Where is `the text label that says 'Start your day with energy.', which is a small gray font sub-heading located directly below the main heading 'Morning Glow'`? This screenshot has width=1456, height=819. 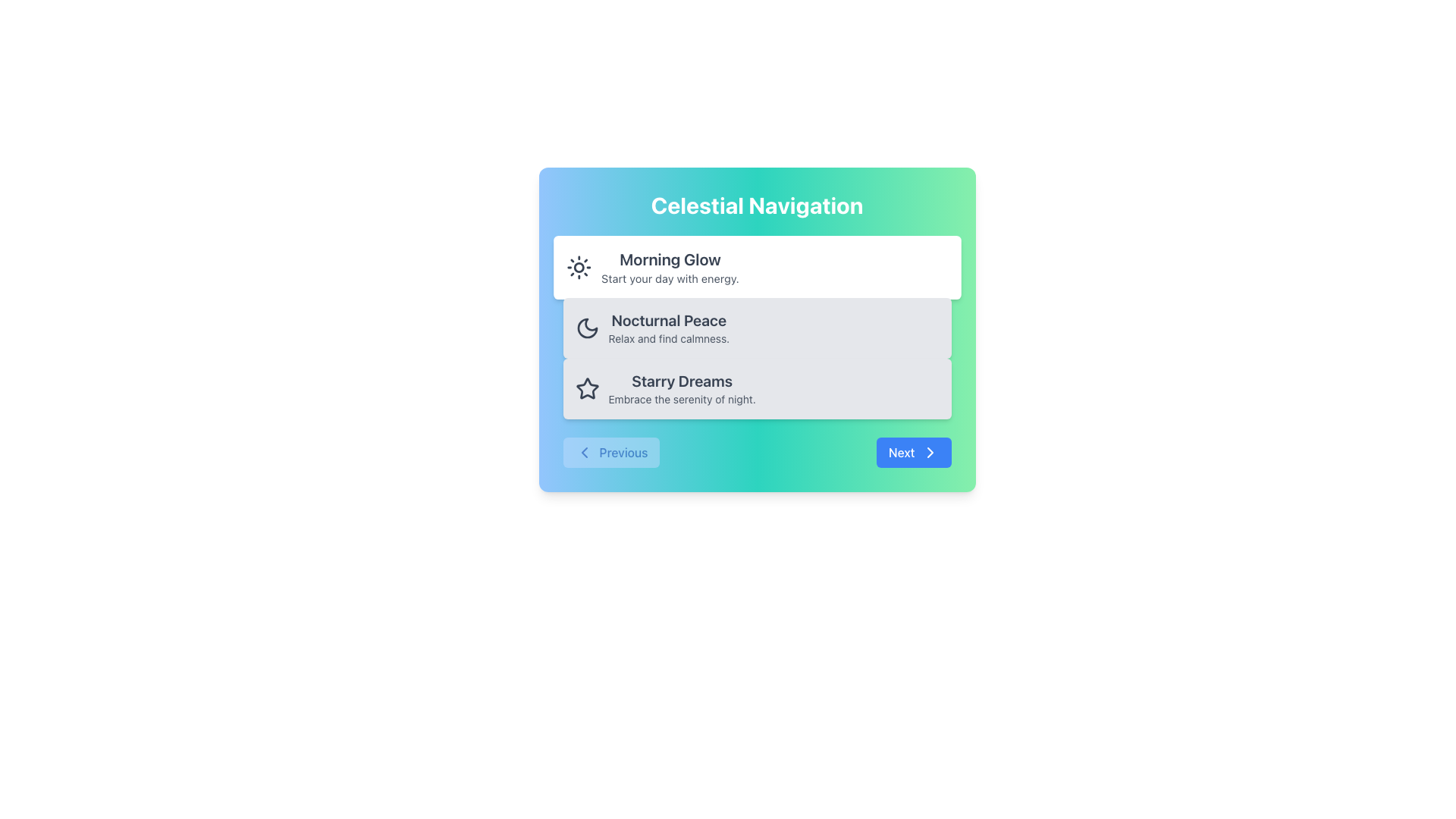
the text label that says 'Start your day with energy.', which is a small gray font sub-heading located directly below the main heading 'Morning Glow' is located at coordinates (669, 278).